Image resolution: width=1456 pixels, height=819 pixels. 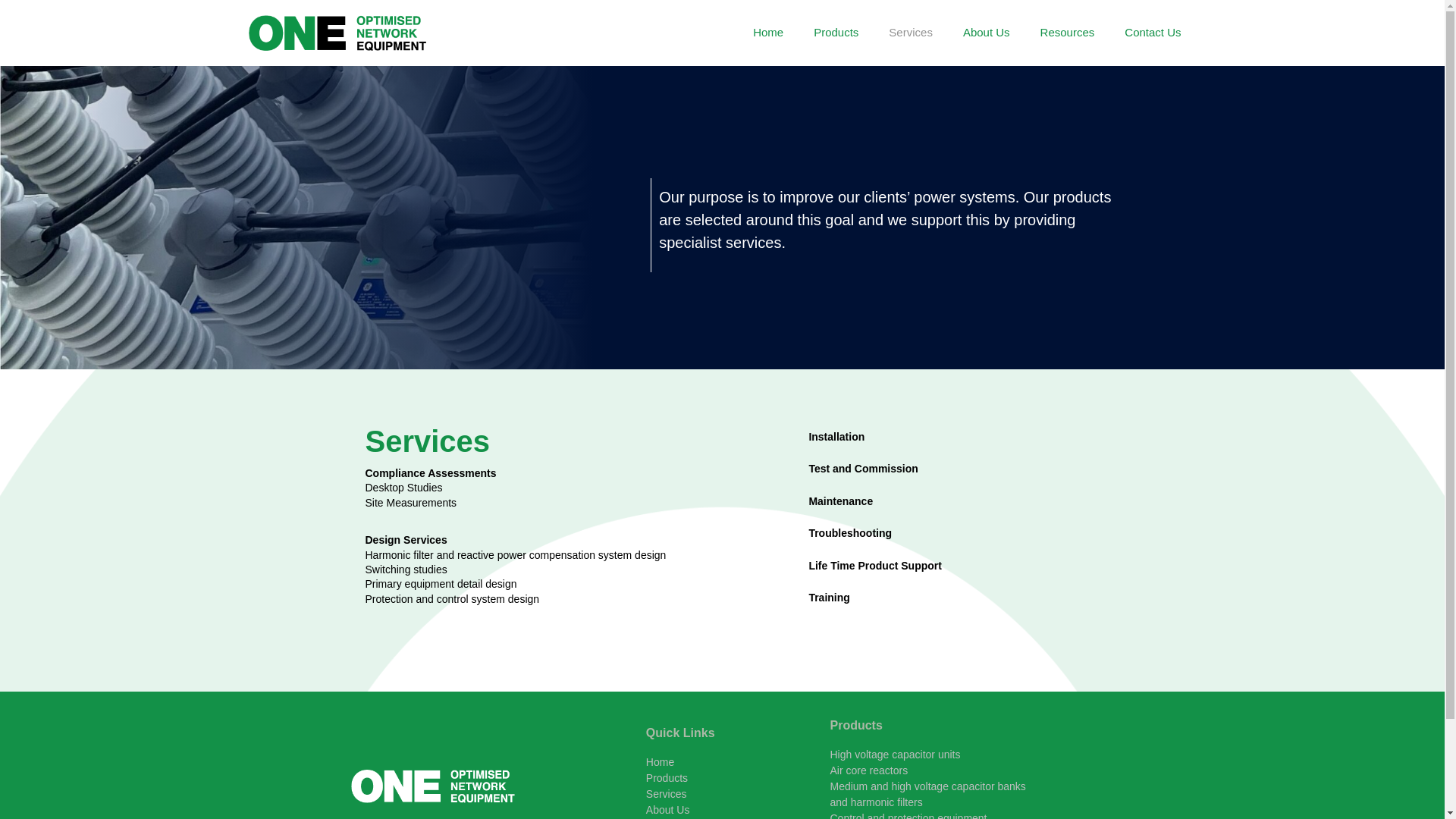 I want to click on 'Air core reactors', so click(x=868, y=770).